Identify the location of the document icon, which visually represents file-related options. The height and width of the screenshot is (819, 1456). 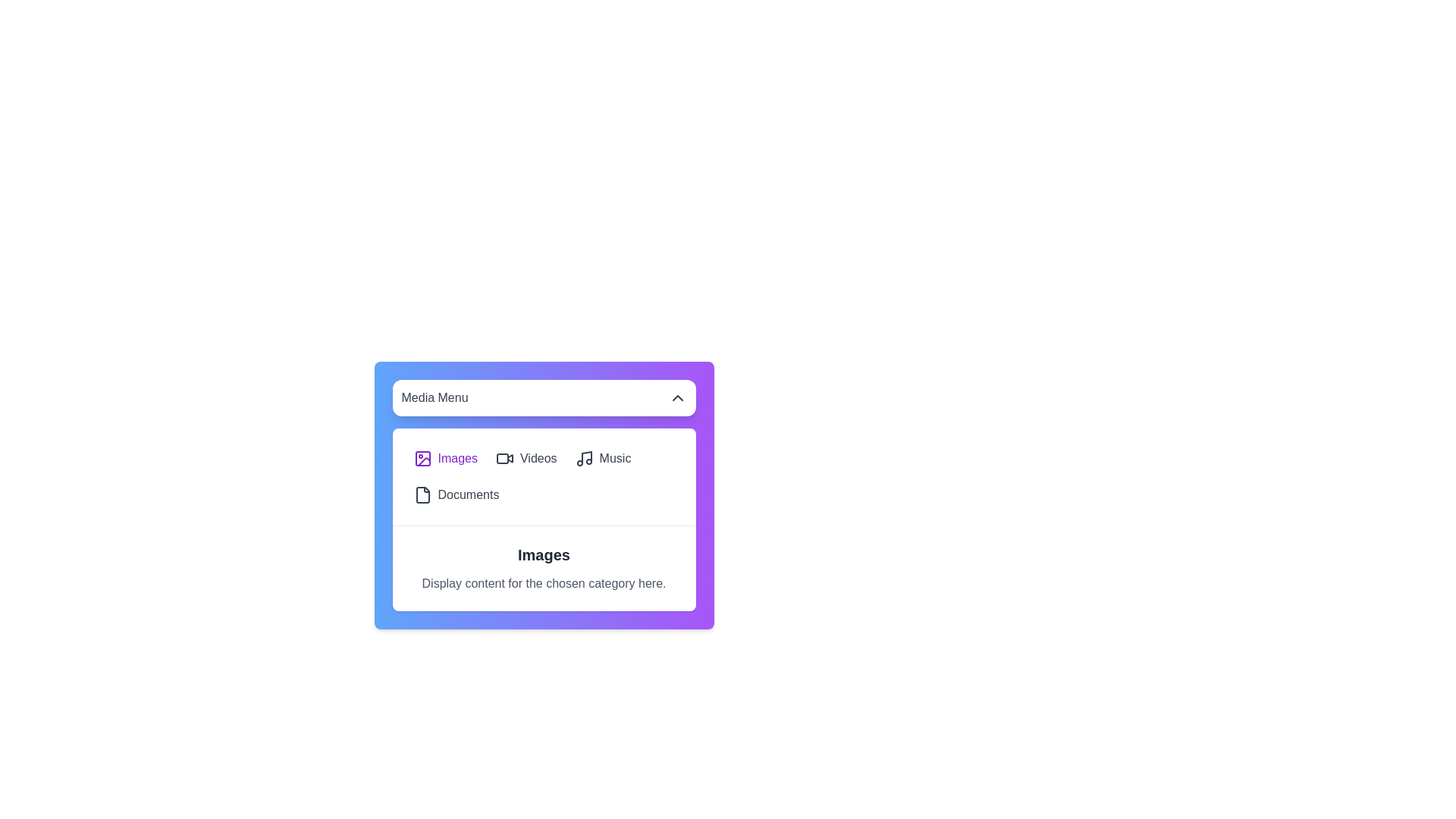
(422, 494).